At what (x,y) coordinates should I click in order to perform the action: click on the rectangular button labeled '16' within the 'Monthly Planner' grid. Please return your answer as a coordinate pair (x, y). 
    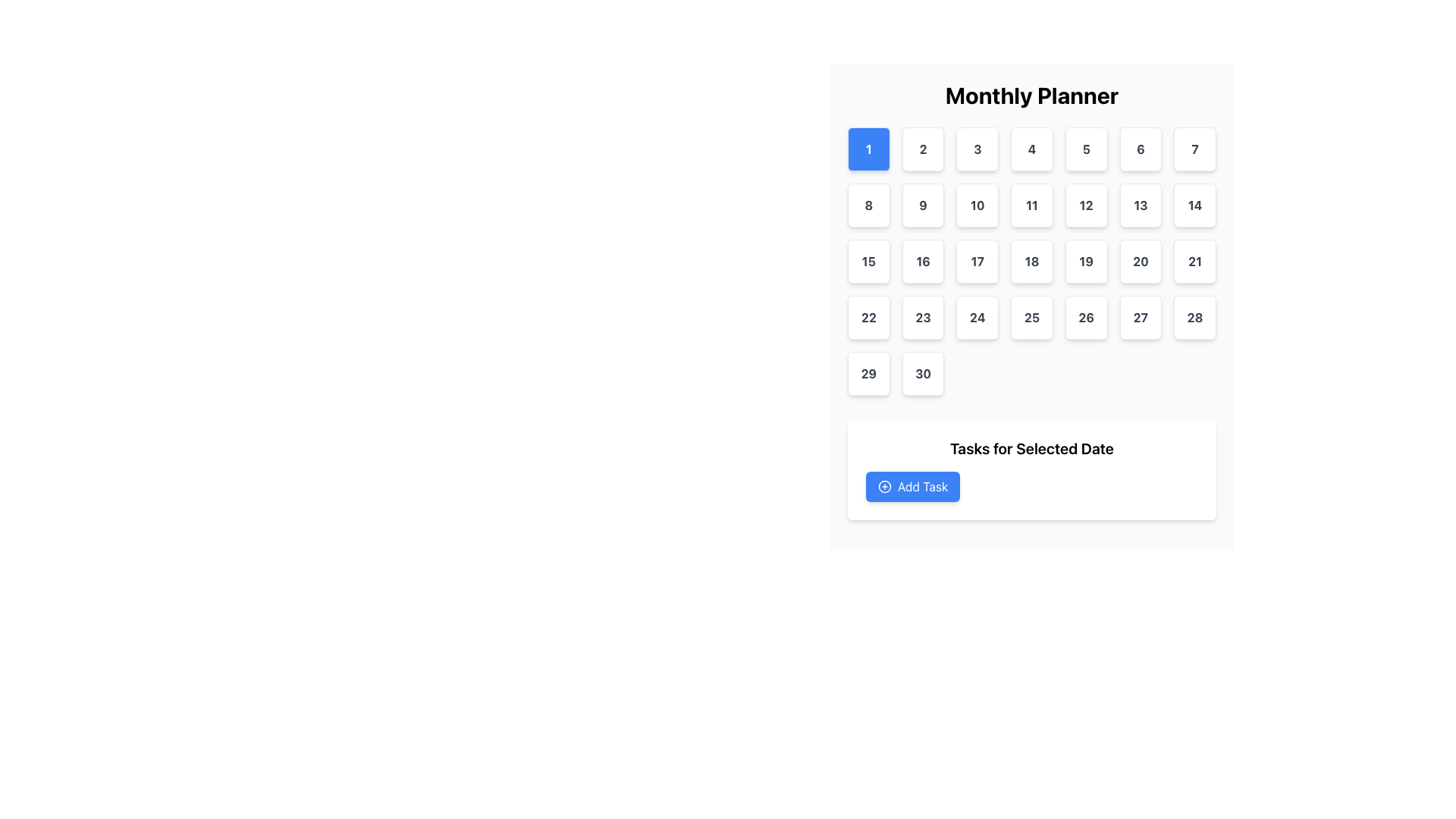
    Looking at the image, I should click on (922, 260).